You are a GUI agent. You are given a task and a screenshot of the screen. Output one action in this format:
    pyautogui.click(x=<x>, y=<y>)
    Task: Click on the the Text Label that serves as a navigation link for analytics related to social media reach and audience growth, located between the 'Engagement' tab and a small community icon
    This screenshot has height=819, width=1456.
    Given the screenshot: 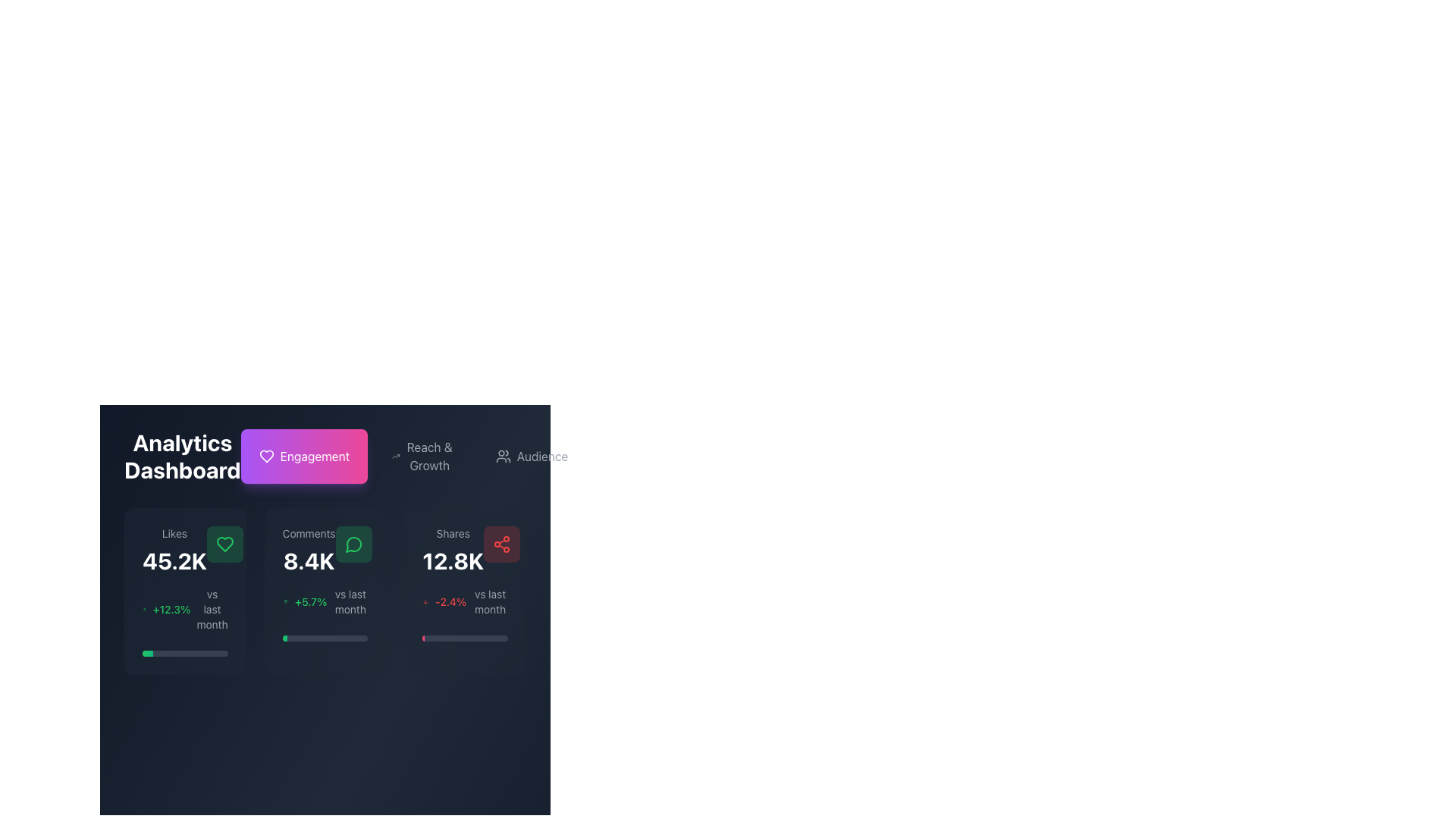 What is the action you would take?
    pyautogui.click(x=428, y=455)
    